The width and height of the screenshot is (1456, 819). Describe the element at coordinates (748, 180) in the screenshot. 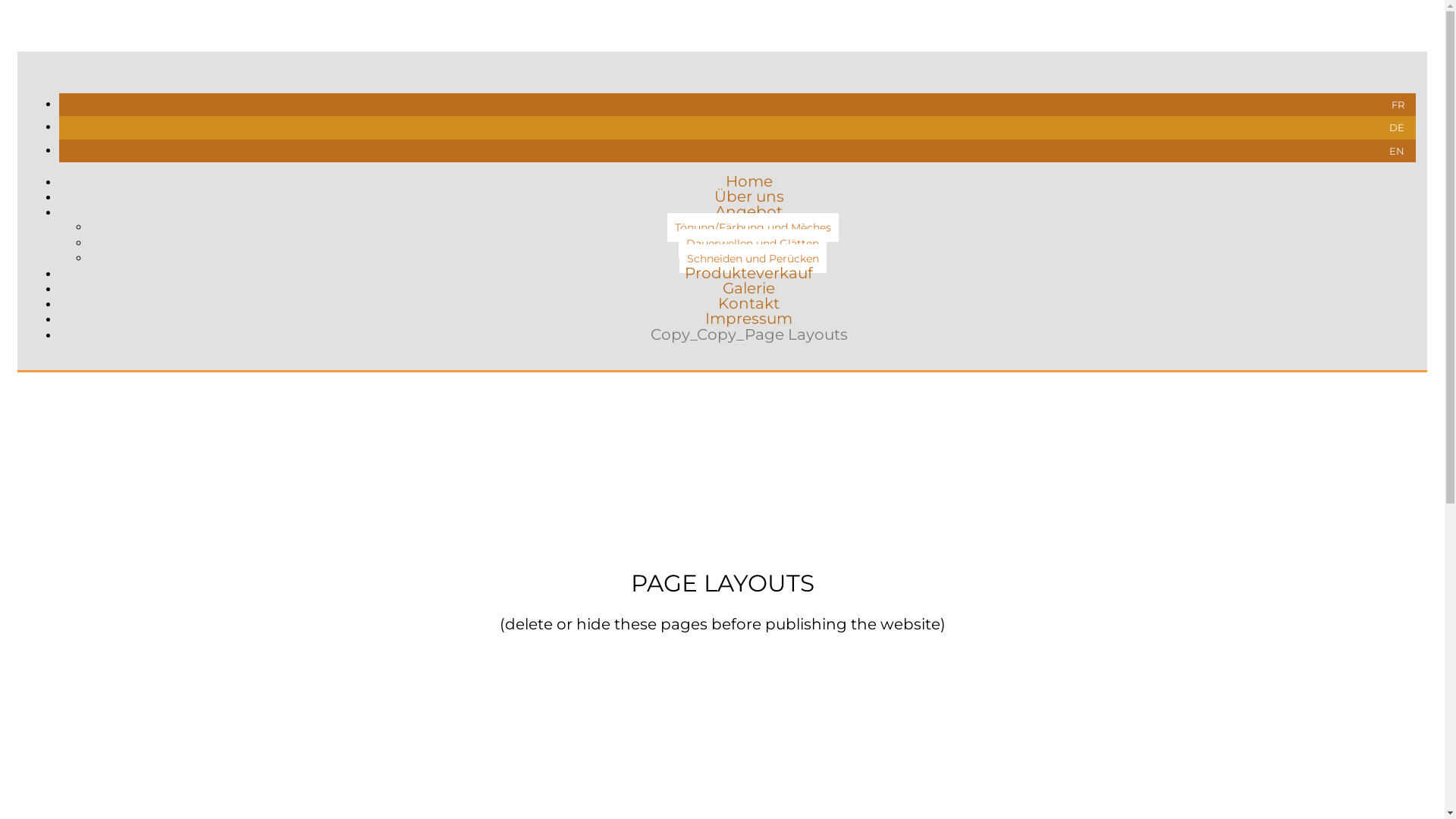

I see `'Home'` at that location.